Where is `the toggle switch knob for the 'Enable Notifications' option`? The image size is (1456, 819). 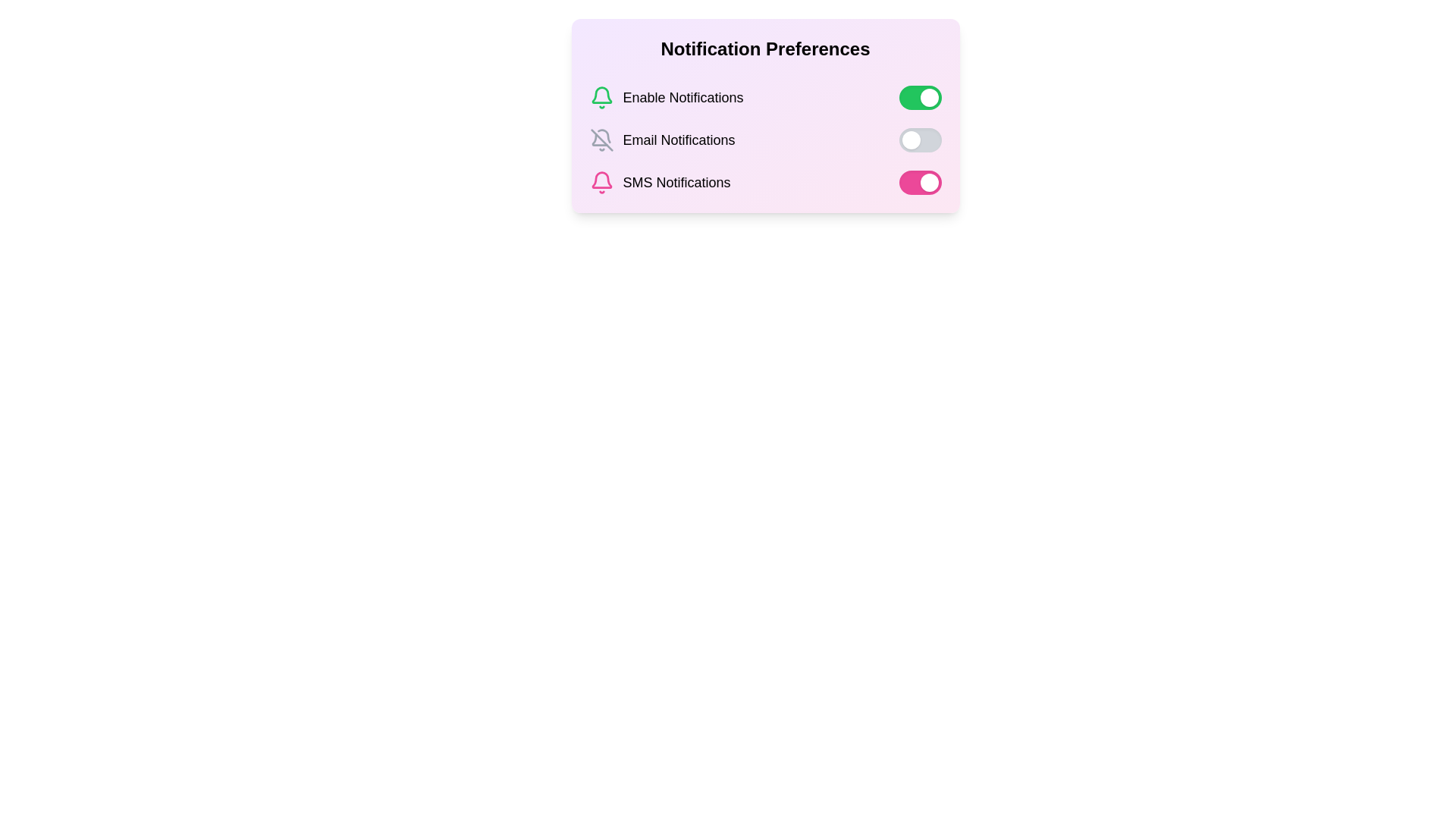 the toggle switch knob for the 'Enable Notifications' option is located at coordinates (928, 97).